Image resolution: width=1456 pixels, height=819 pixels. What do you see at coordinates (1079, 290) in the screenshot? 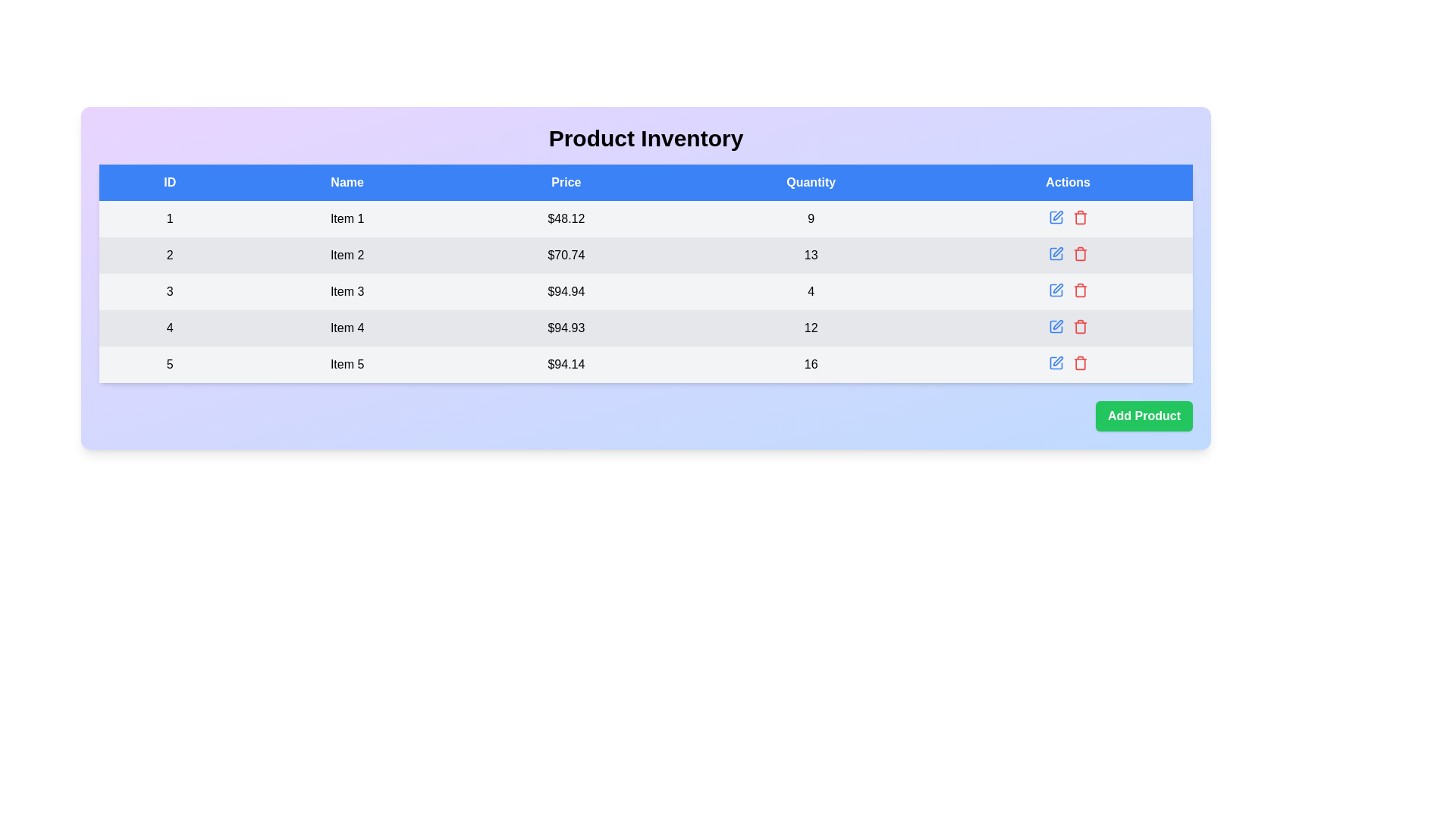
I see `the delete icon in the 'Actions' column for 'Item 3'` at bounding box center [1079, 290].